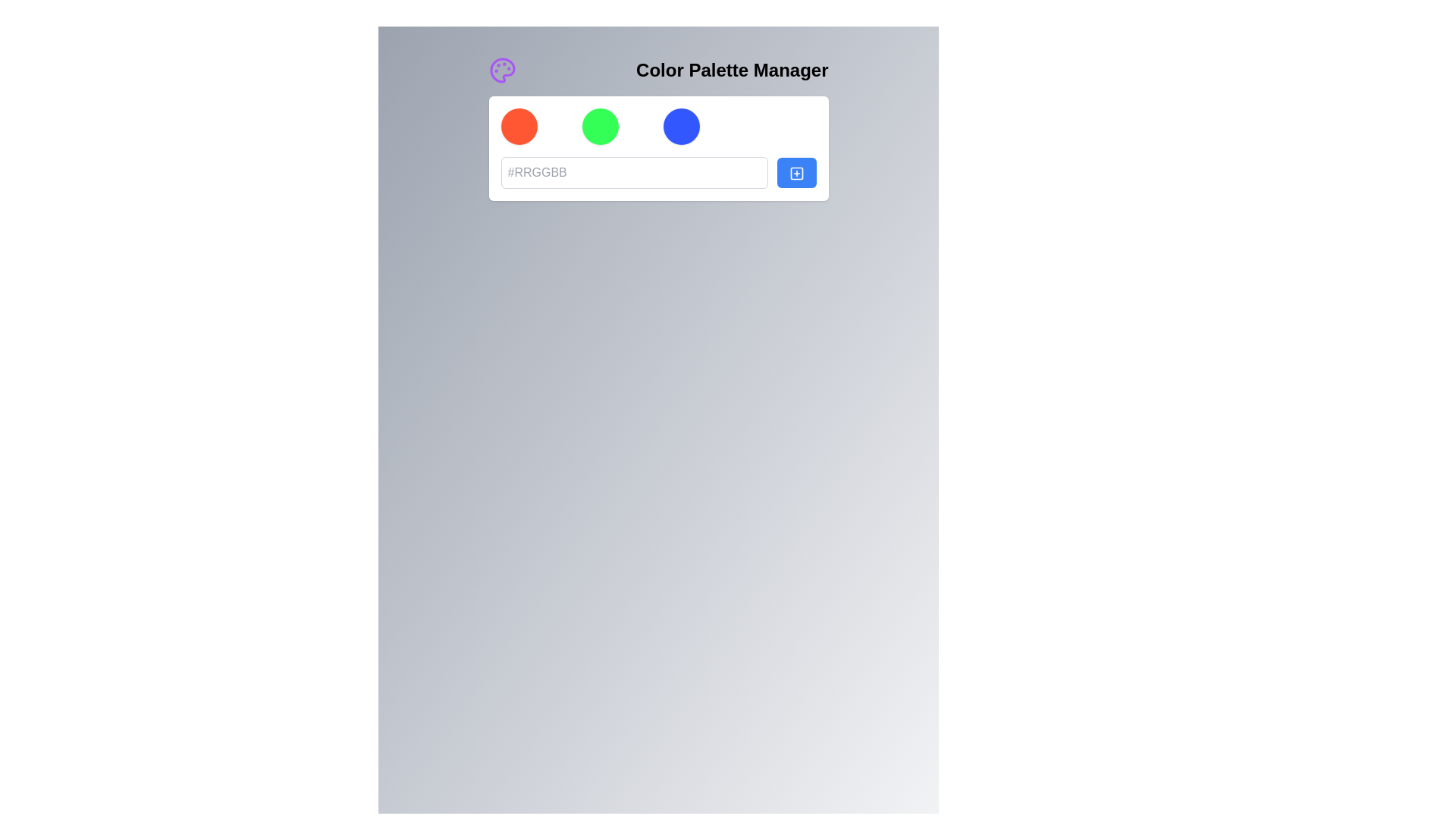 The width and height of the screenshot is (1456, 819). Describe the element at coordinates (519, 125) in the screenshot. I see `the vibrant orange circular color indicator or selector, which is located at the far left within a group of four circular items` at that location.